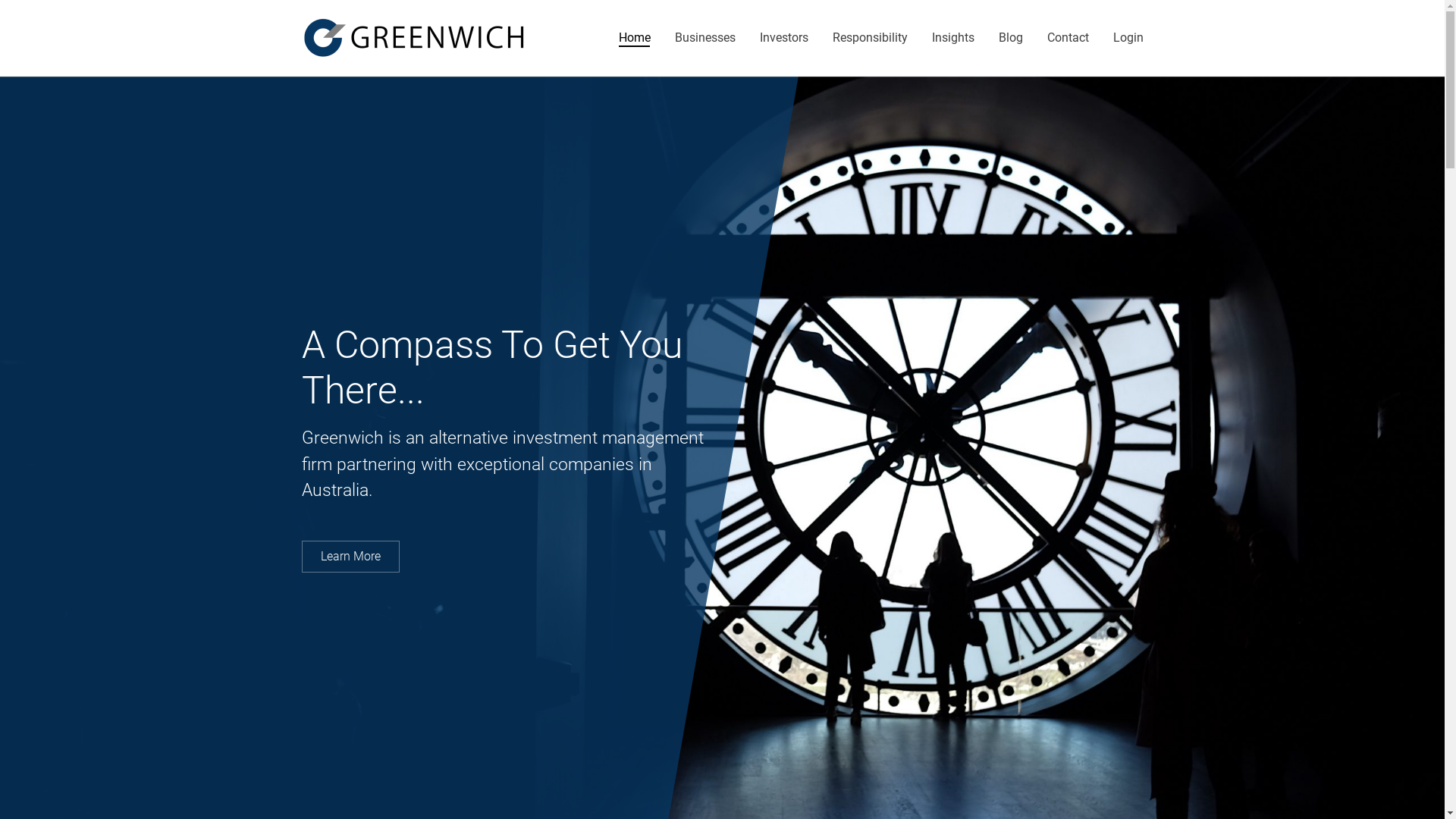 The width and height of the screenshot is (1456, 819). I want to click on 'Insights', so click(930, 37).